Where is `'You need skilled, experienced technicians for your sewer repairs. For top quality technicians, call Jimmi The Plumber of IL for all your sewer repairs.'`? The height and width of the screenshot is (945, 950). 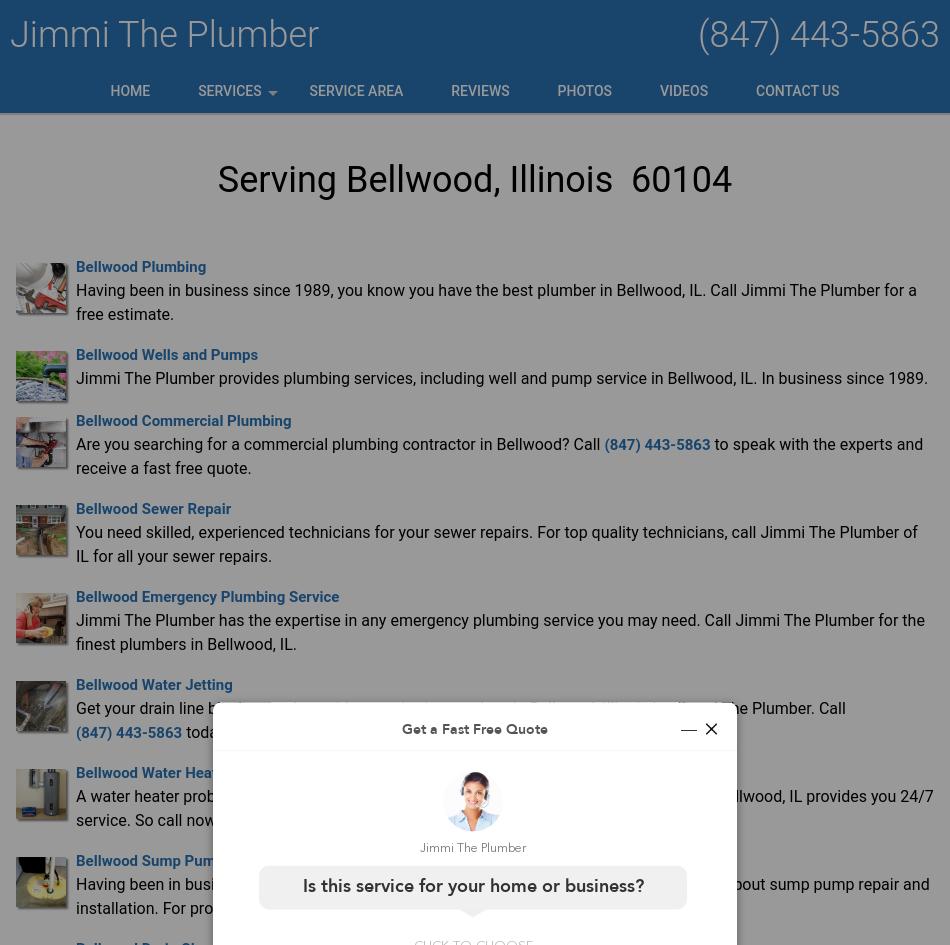 'You need skilled, experienced technicians for your sewer repairs. For top quality technicians, call Jimmi The Plumber of IL for all your sewer repairs.' is located at coordinates (76, 543).